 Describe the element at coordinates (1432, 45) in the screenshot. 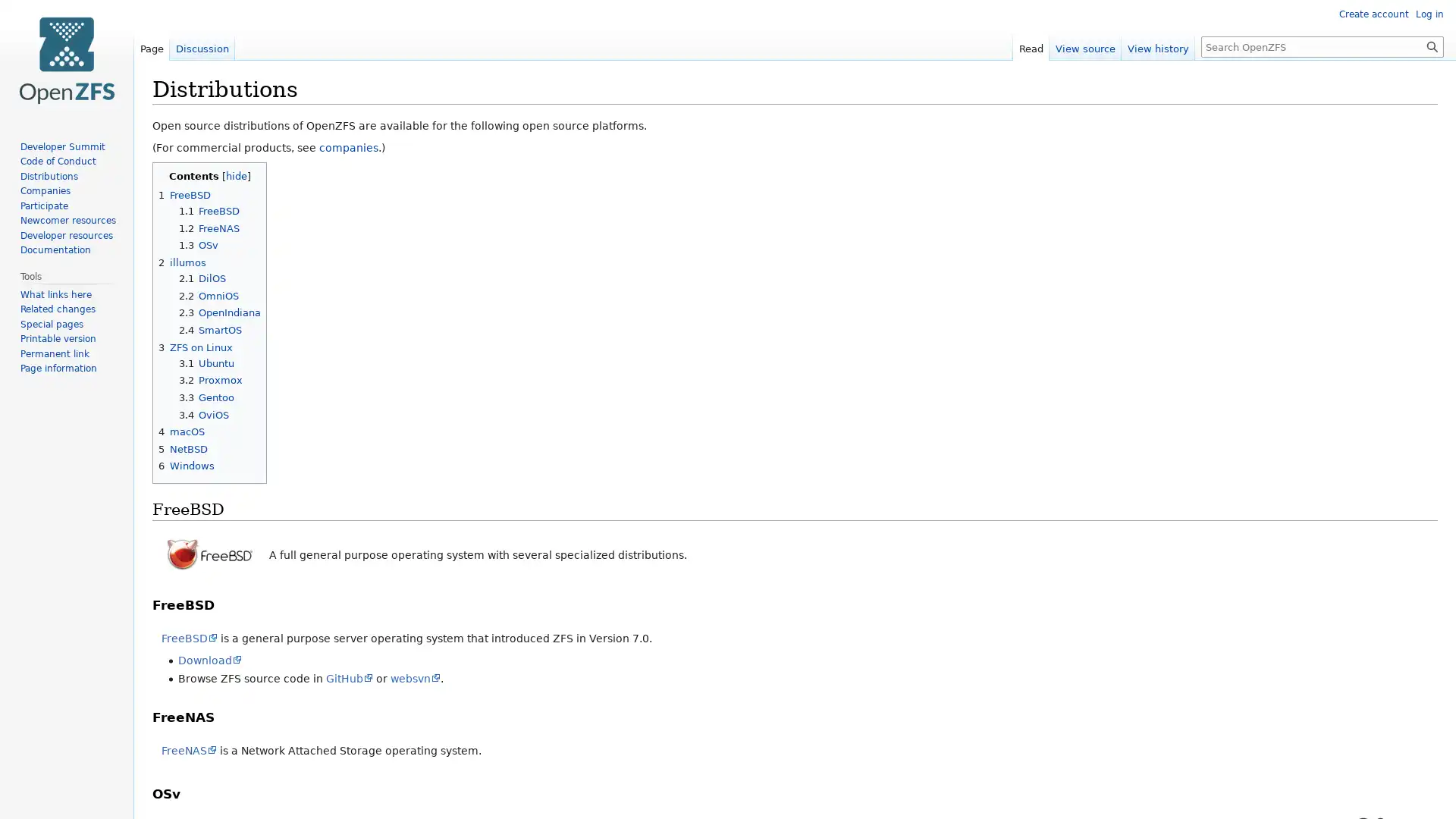

I see `Go` at that location.